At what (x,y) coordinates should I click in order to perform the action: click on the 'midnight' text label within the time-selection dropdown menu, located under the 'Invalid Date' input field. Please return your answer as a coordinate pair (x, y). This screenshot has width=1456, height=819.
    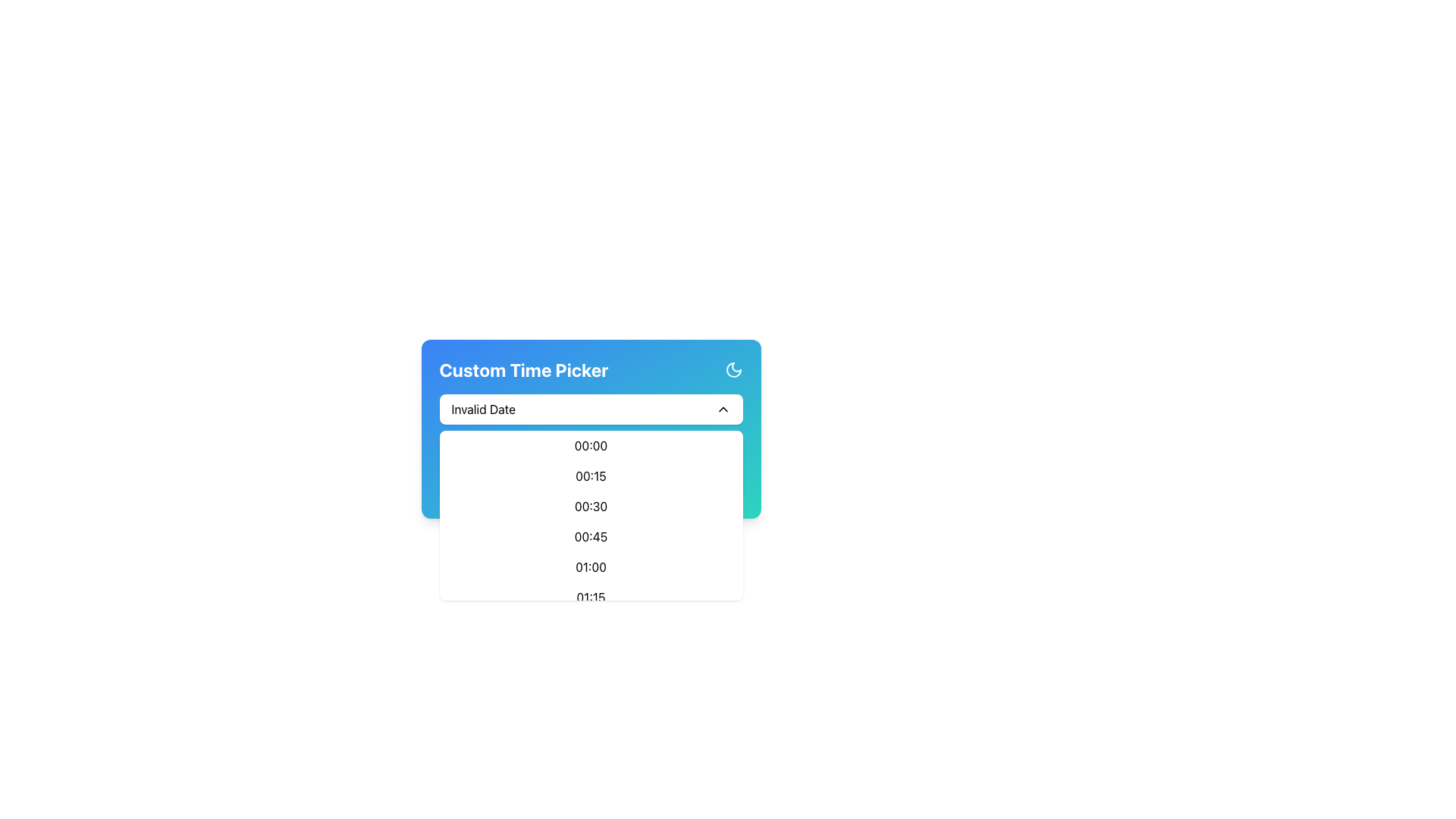
    Looking at the image, I should click on (590, 444).